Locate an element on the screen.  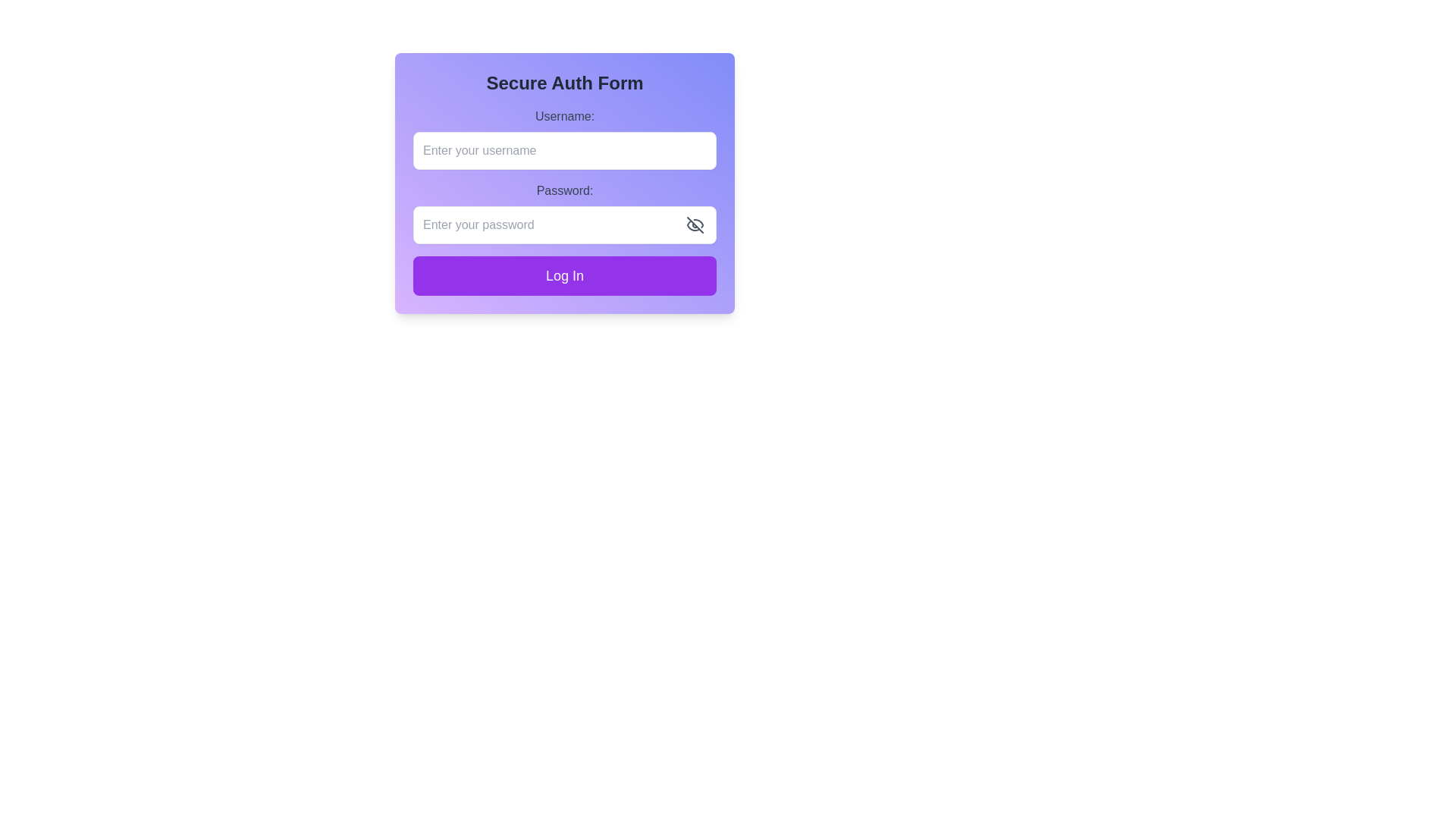
the button that toggles the visibility of the password in the adjacent input field is located at coordinates (694, 225).